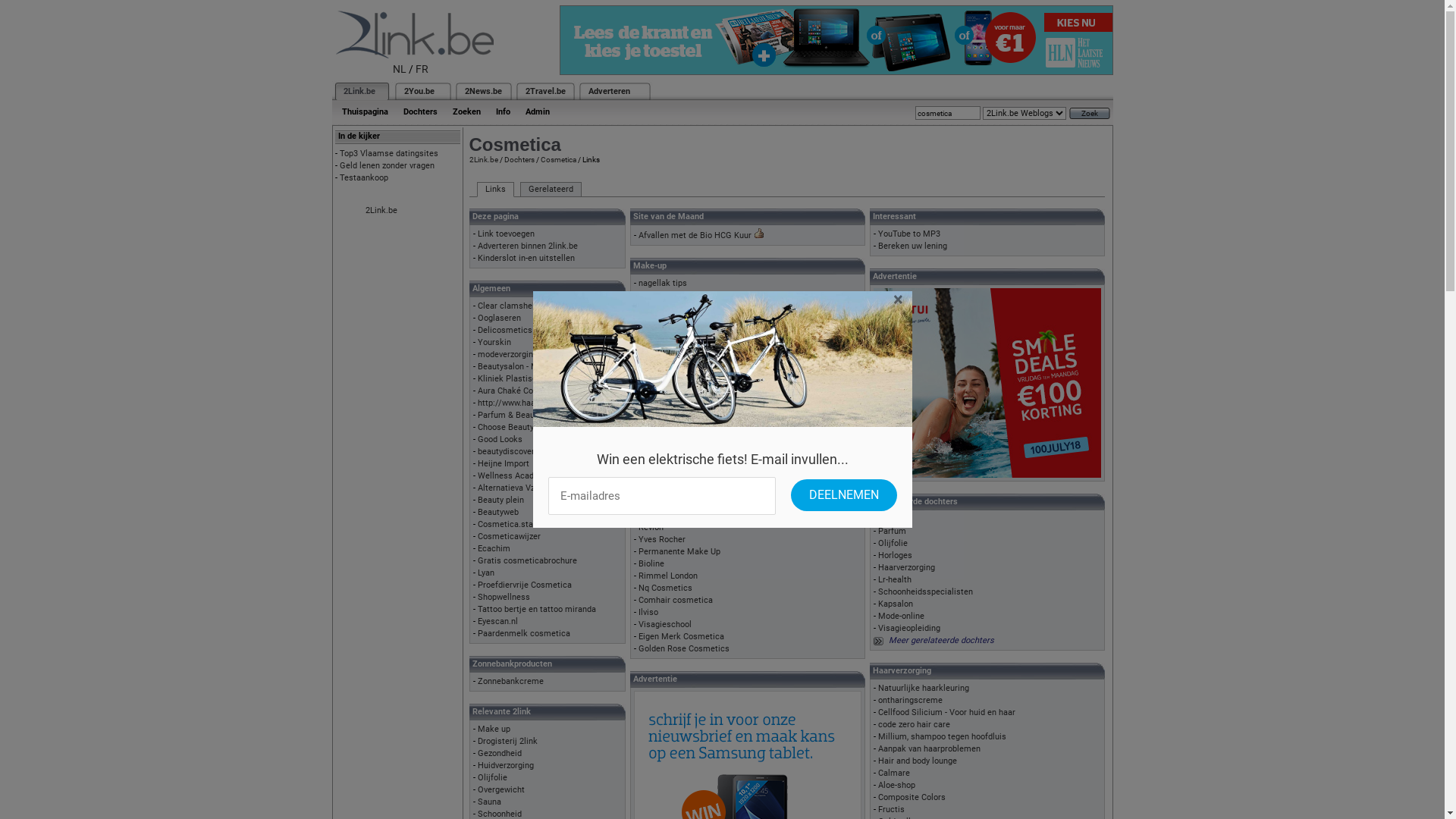 The image size is (1456, 819). I want to click on 'Choose Beauty', so click(506, 427).